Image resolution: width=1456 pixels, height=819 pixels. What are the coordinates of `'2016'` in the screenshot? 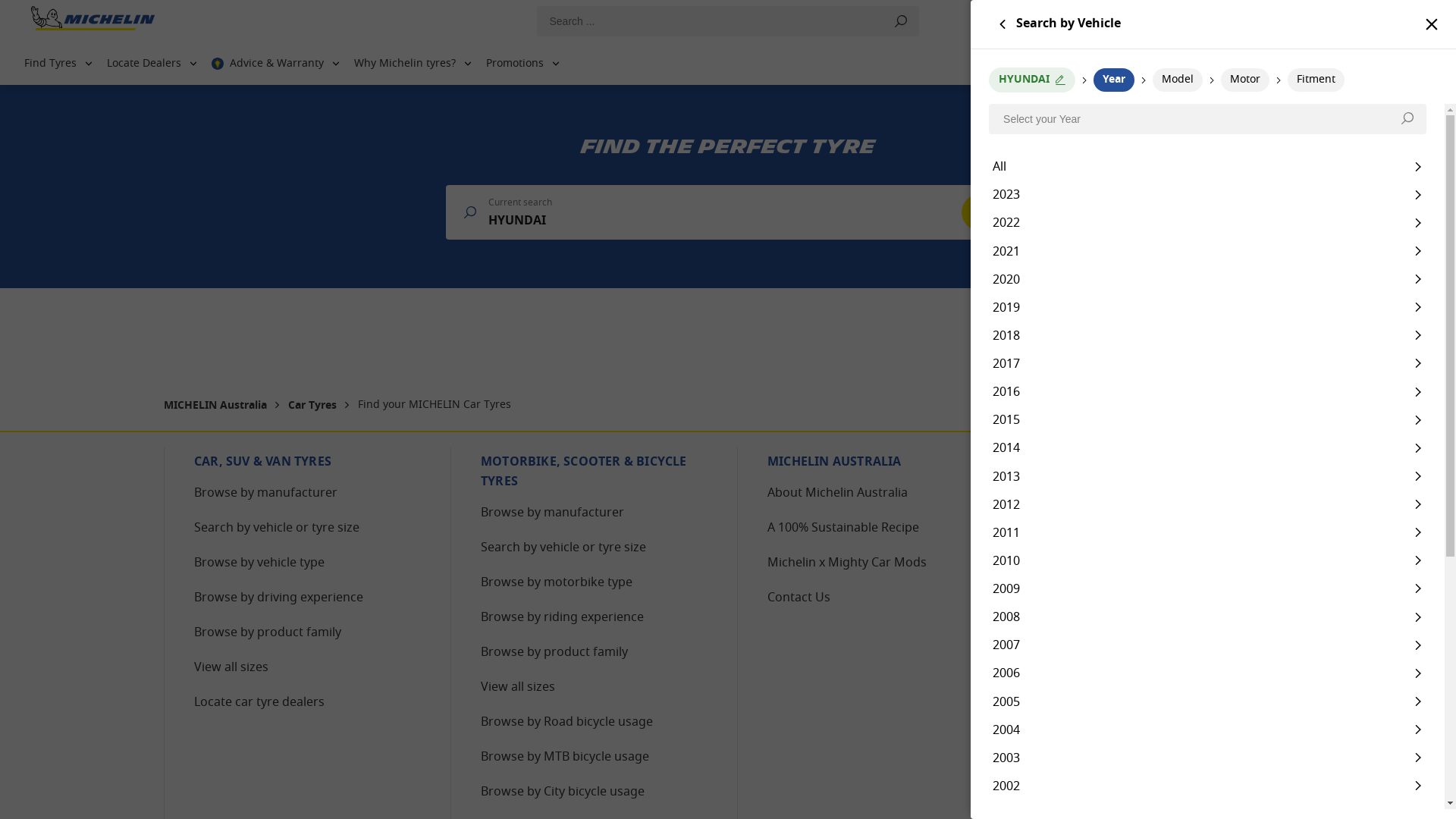 It's located at (1207, 391).